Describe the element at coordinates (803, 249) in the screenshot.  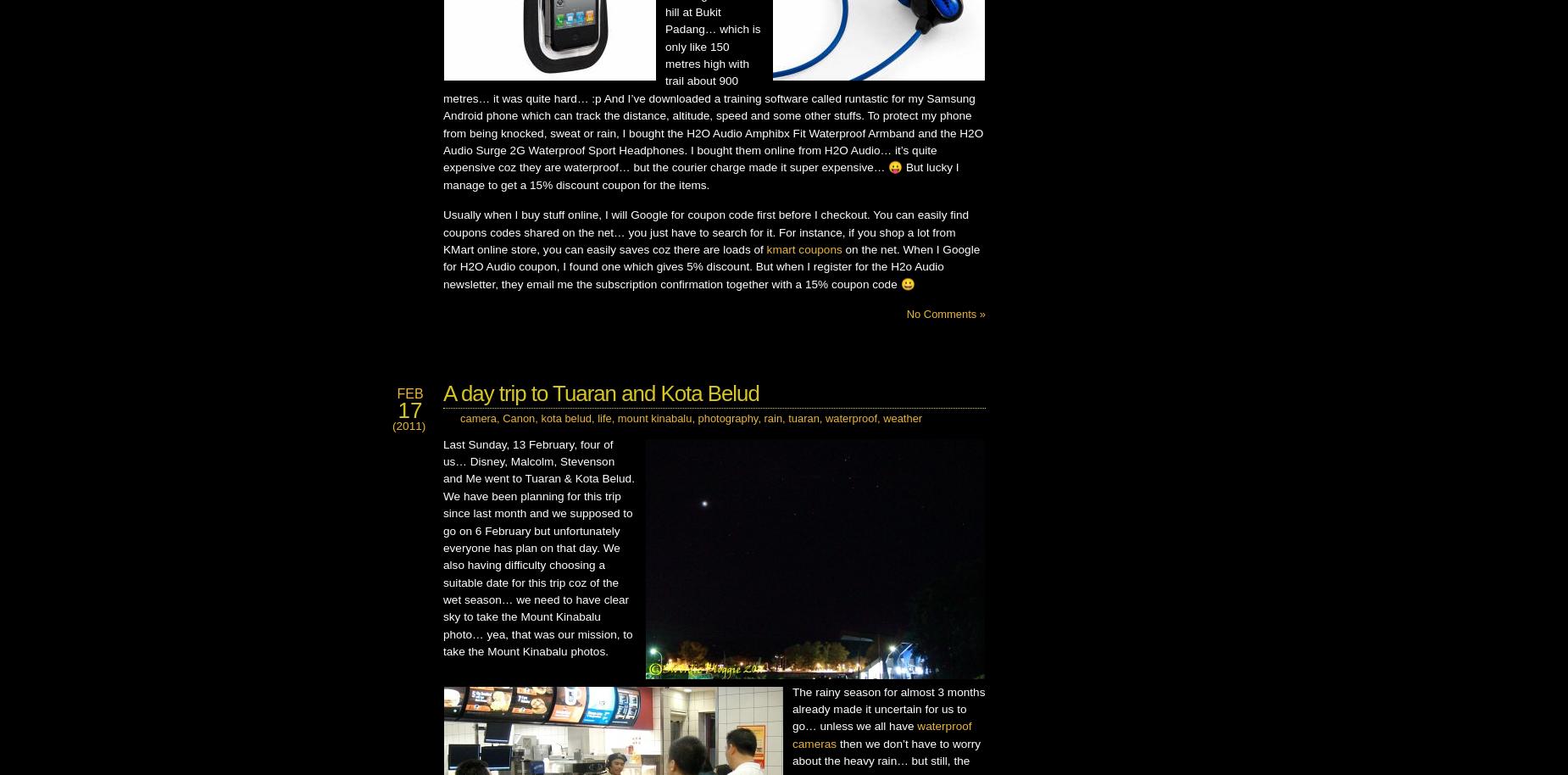
I see `'kmart coupons'` at that location.